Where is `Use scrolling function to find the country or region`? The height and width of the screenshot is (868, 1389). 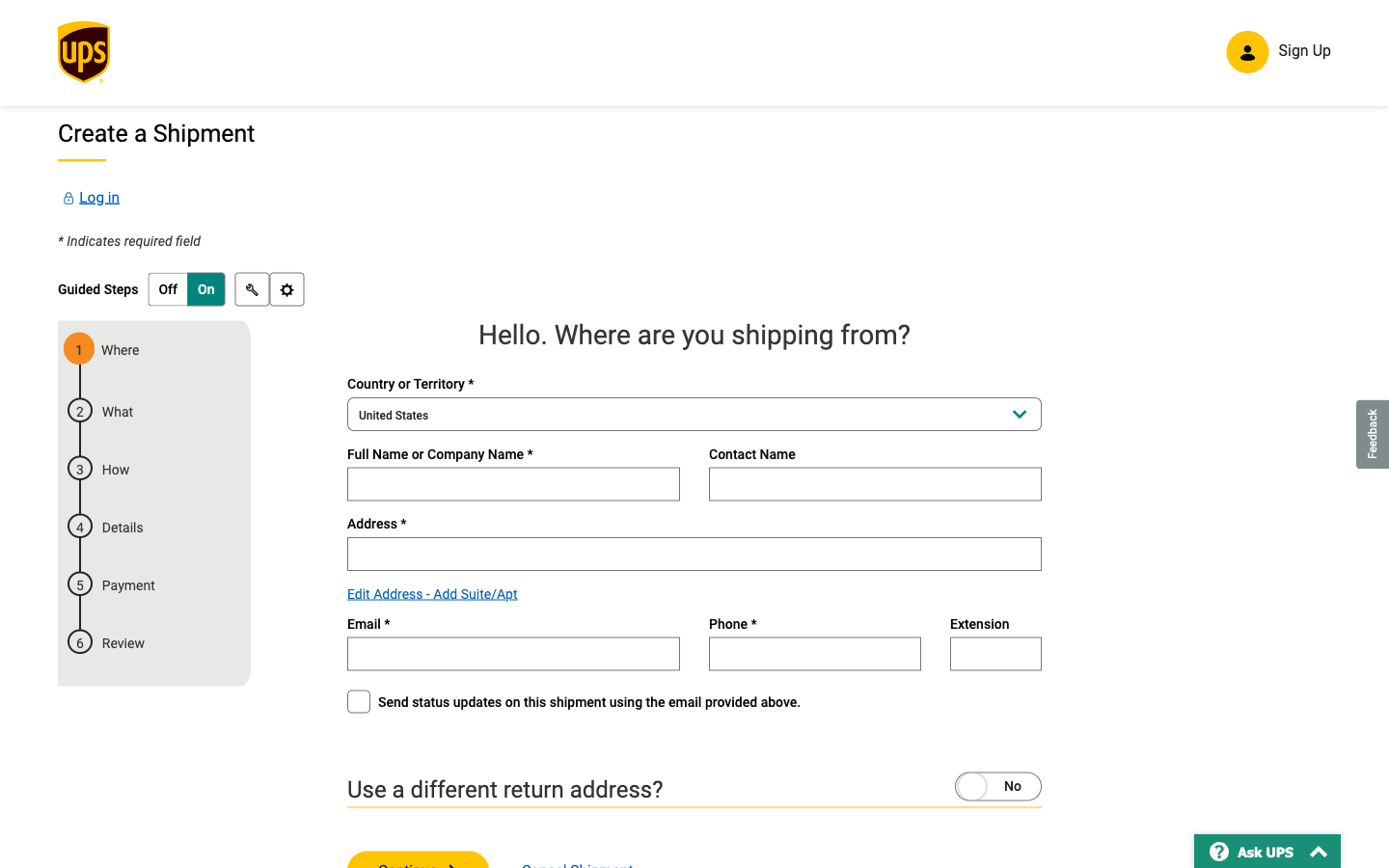
Use scrolling function to find the country or region is located at coordinates (694, 417).